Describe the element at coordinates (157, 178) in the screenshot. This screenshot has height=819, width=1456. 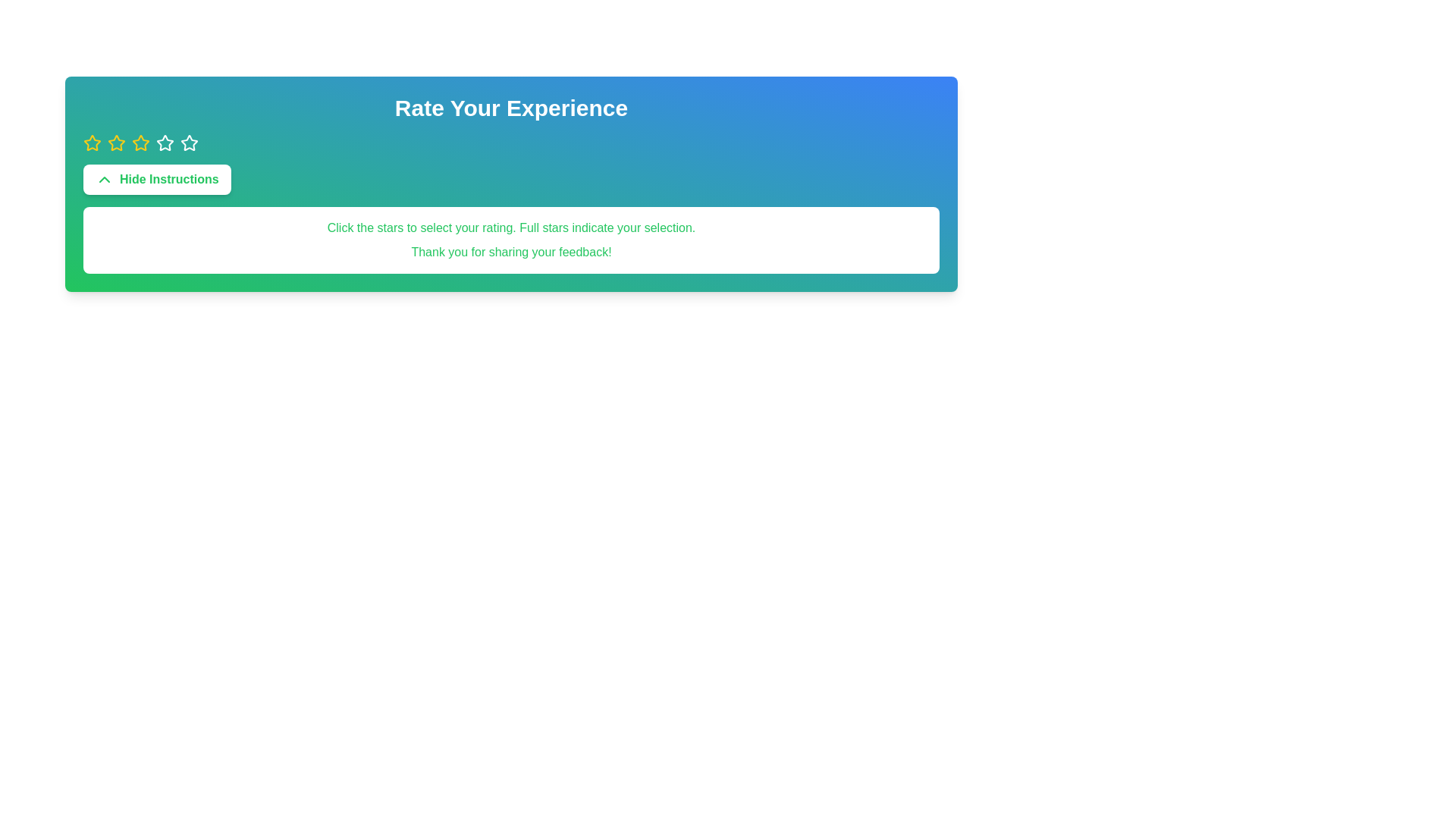
I see `the button that toggles the visibility of accompanying instructions in the 'Rate Your Experience' section, located beneath the star rating elements and above the instructional text` at that location.